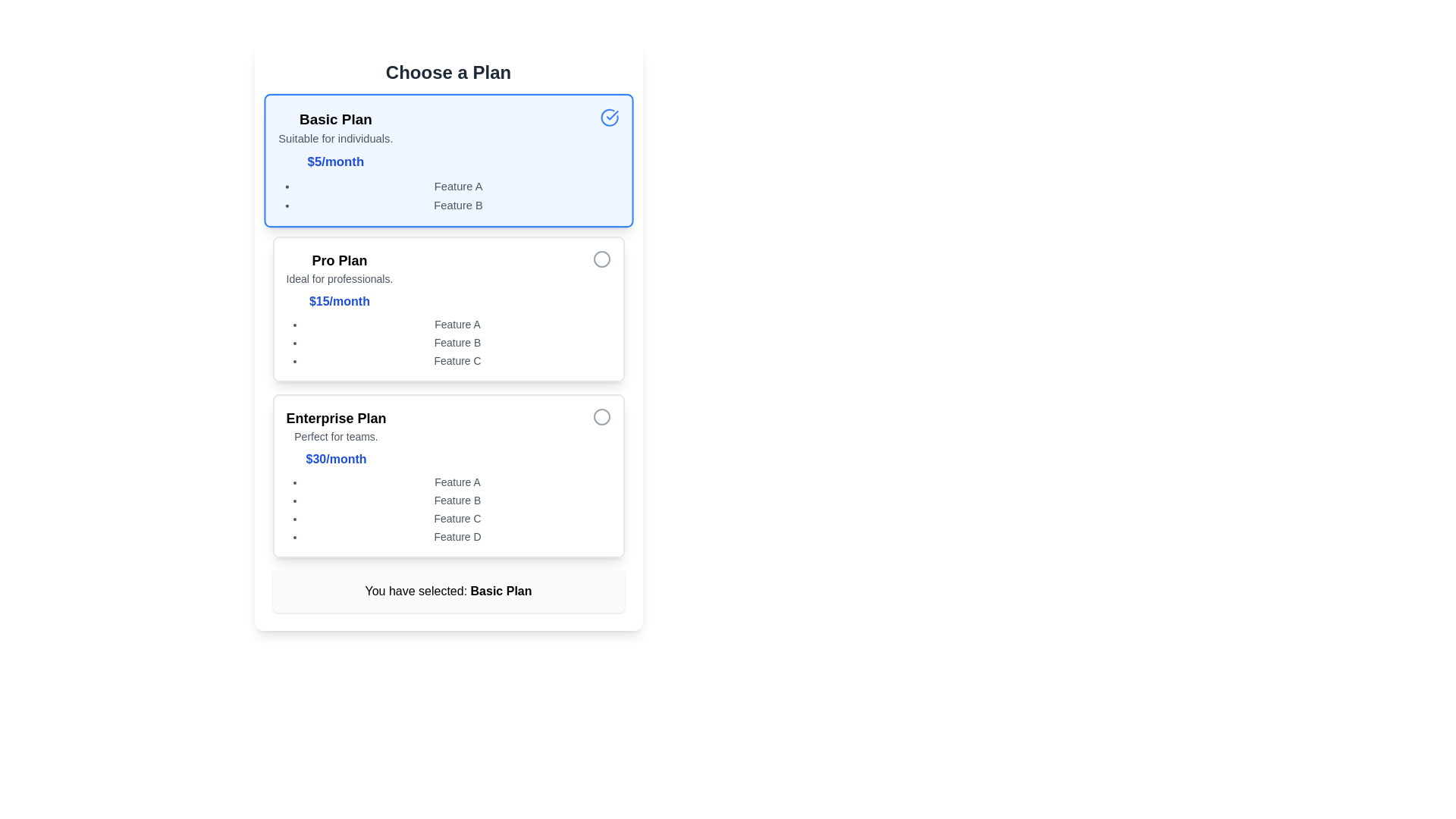  Describe the element at coordinates (457, 536) in the screenshot. I see `the static text list item labeled 'Feature D', which is the last entry in a bulleted list within the 'Enterprise Plan' section` at that location.